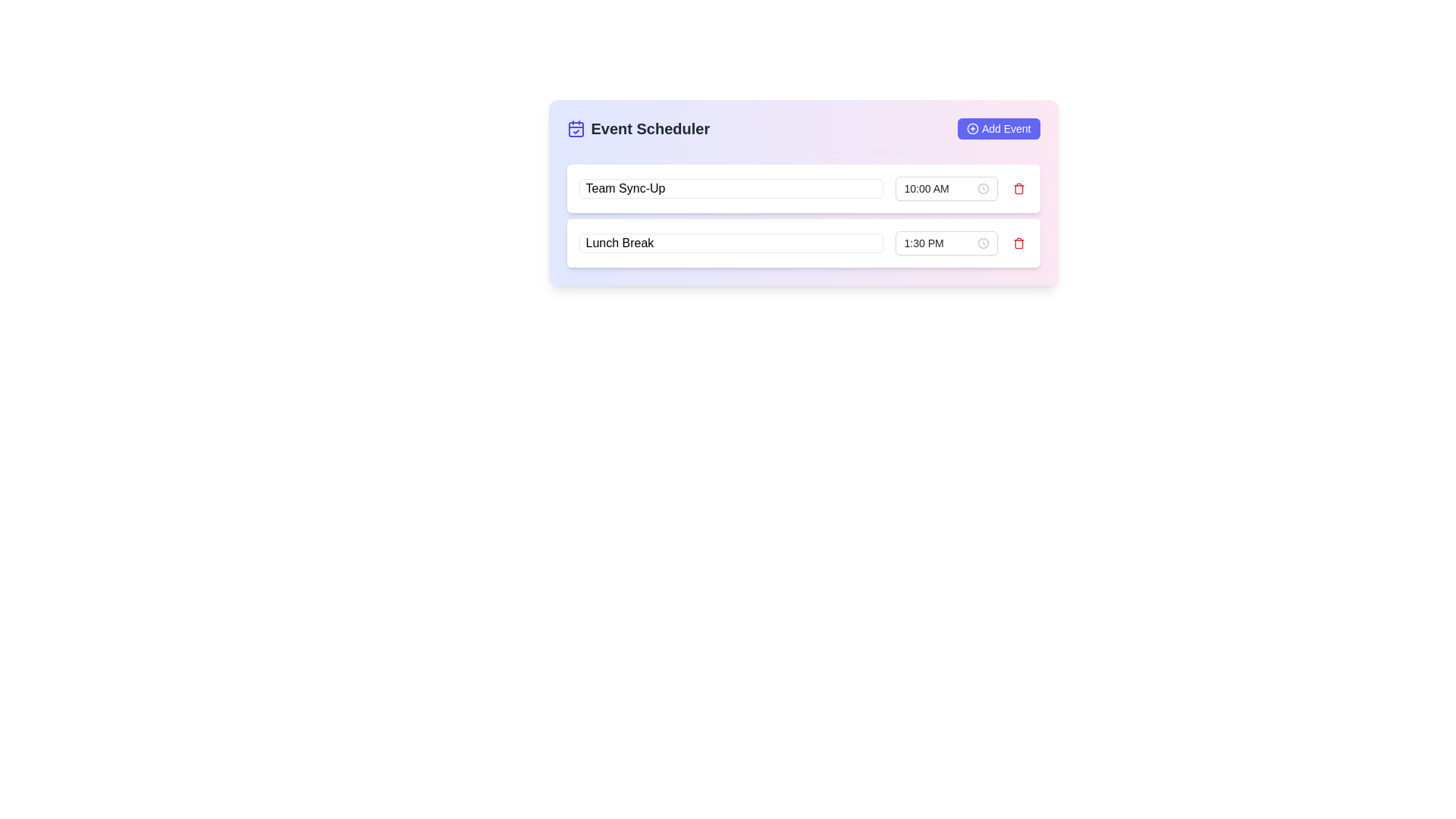 Image resolution: width=1456 pixels, height=819 pixels. I want to click on a time using the time picker in the Composite UI Component located below the 'Team Sync-Up' section, which contains a text field displaying 'Lunch Break' and a delete button, so click(802, 242).